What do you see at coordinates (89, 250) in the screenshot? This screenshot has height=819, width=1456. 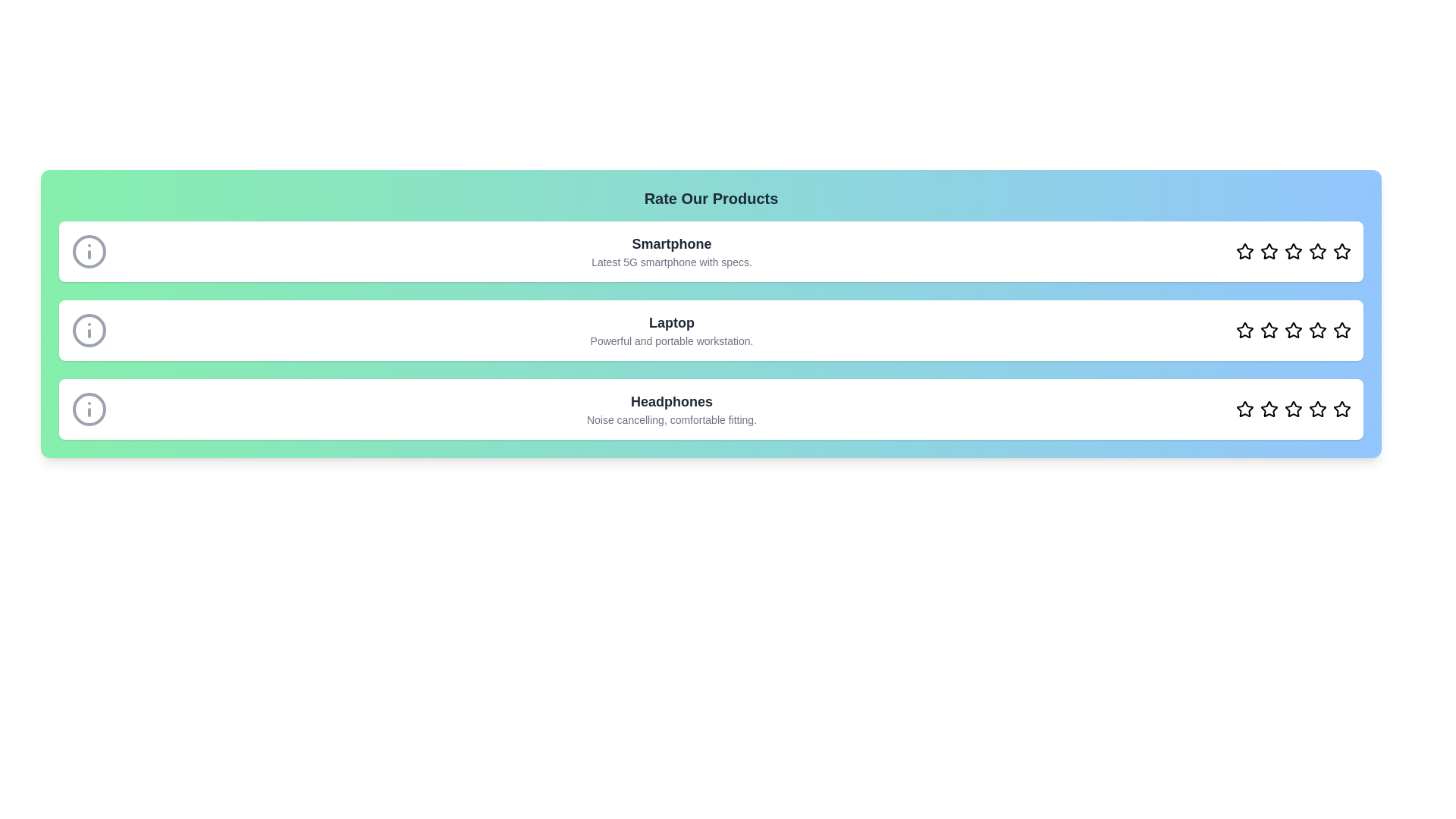 I see `the contents of the information icon located next to the 'Smartphone' product item, which serves as a visual representation of details related to the section` at bounding box center [89, 250].